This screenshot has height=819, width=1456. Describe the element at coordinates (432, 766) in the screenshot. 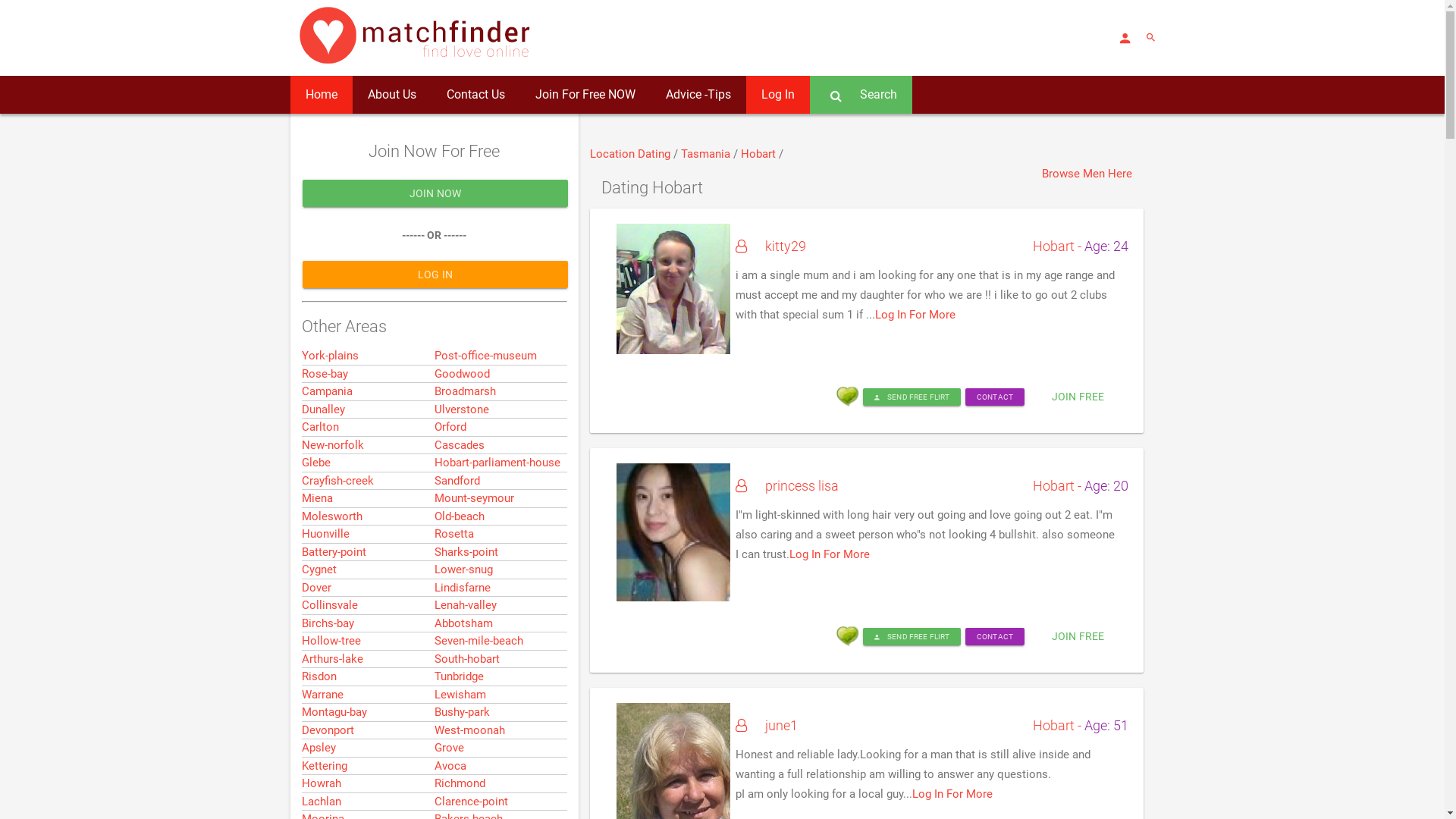

I see `'Avoca'` at that location.